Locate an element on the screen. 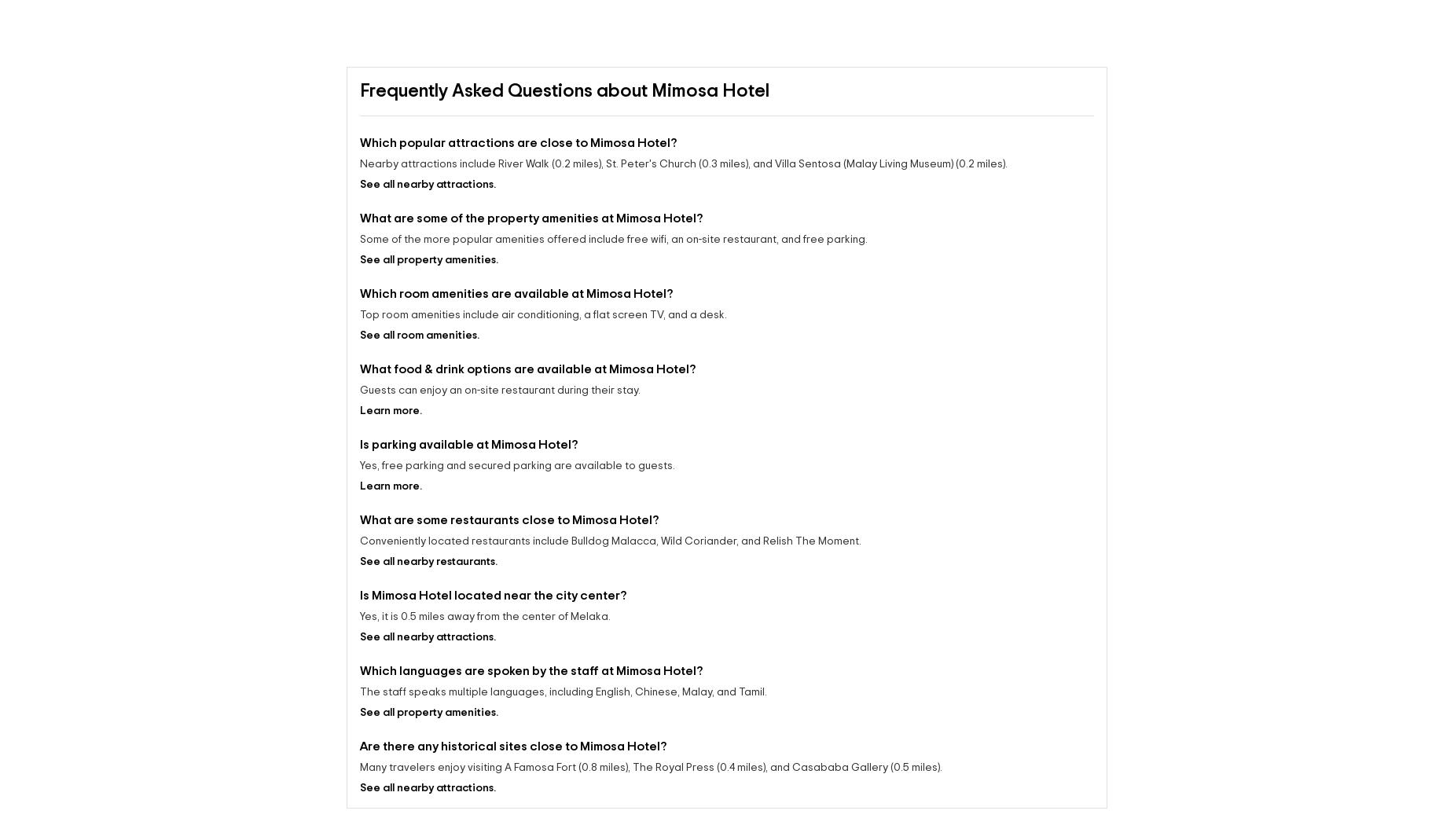 The height and width of the screenshot is (840, 1454). 'See all room amenities.' is located at coordinates (419, 334).